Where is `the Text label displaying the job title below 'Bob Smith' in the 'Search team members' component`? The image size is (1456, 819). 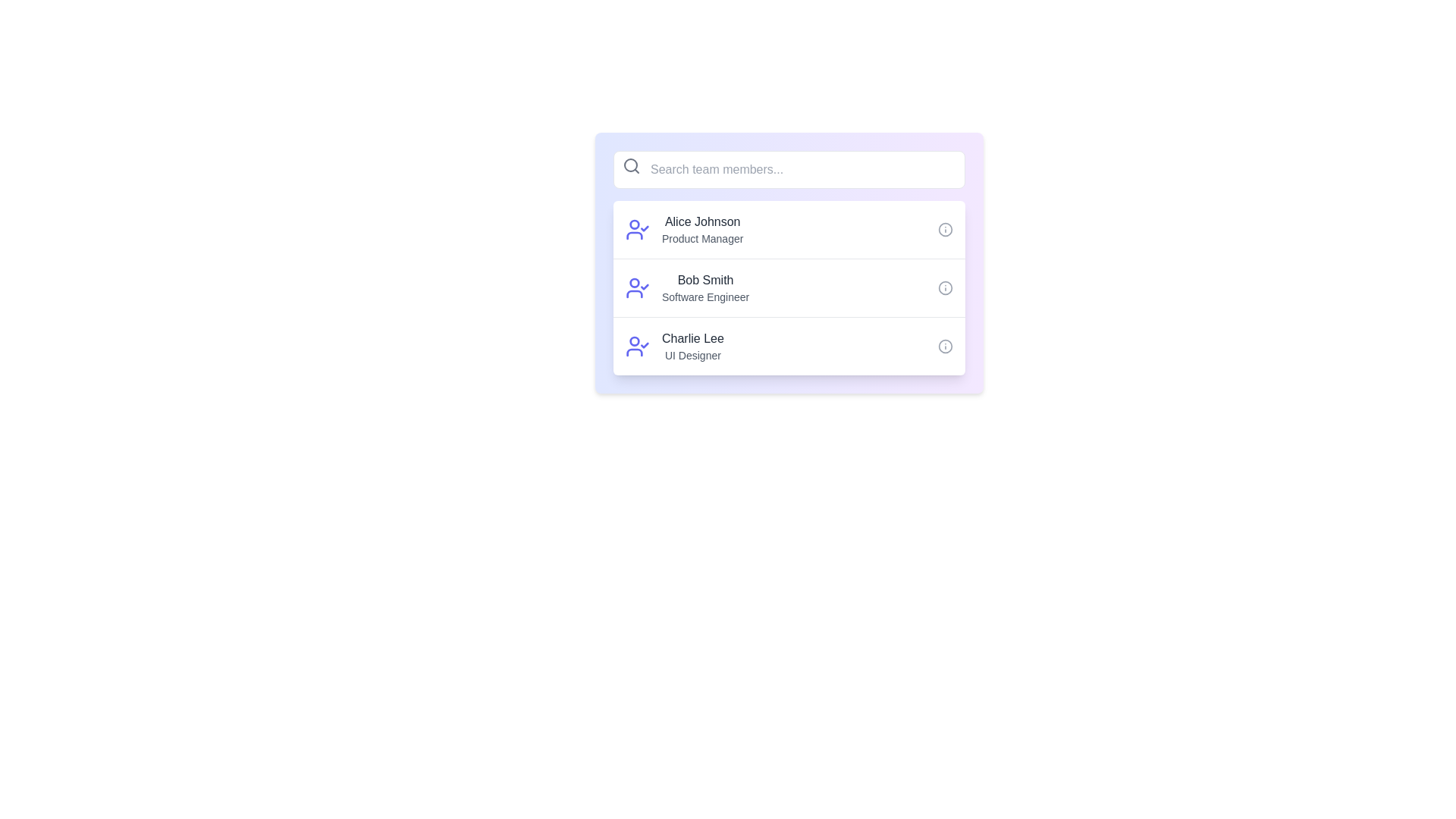 the Text label displaying the job title below 'Bob Smith' in the 'Search team members' component is located at coordinates (704, 297).